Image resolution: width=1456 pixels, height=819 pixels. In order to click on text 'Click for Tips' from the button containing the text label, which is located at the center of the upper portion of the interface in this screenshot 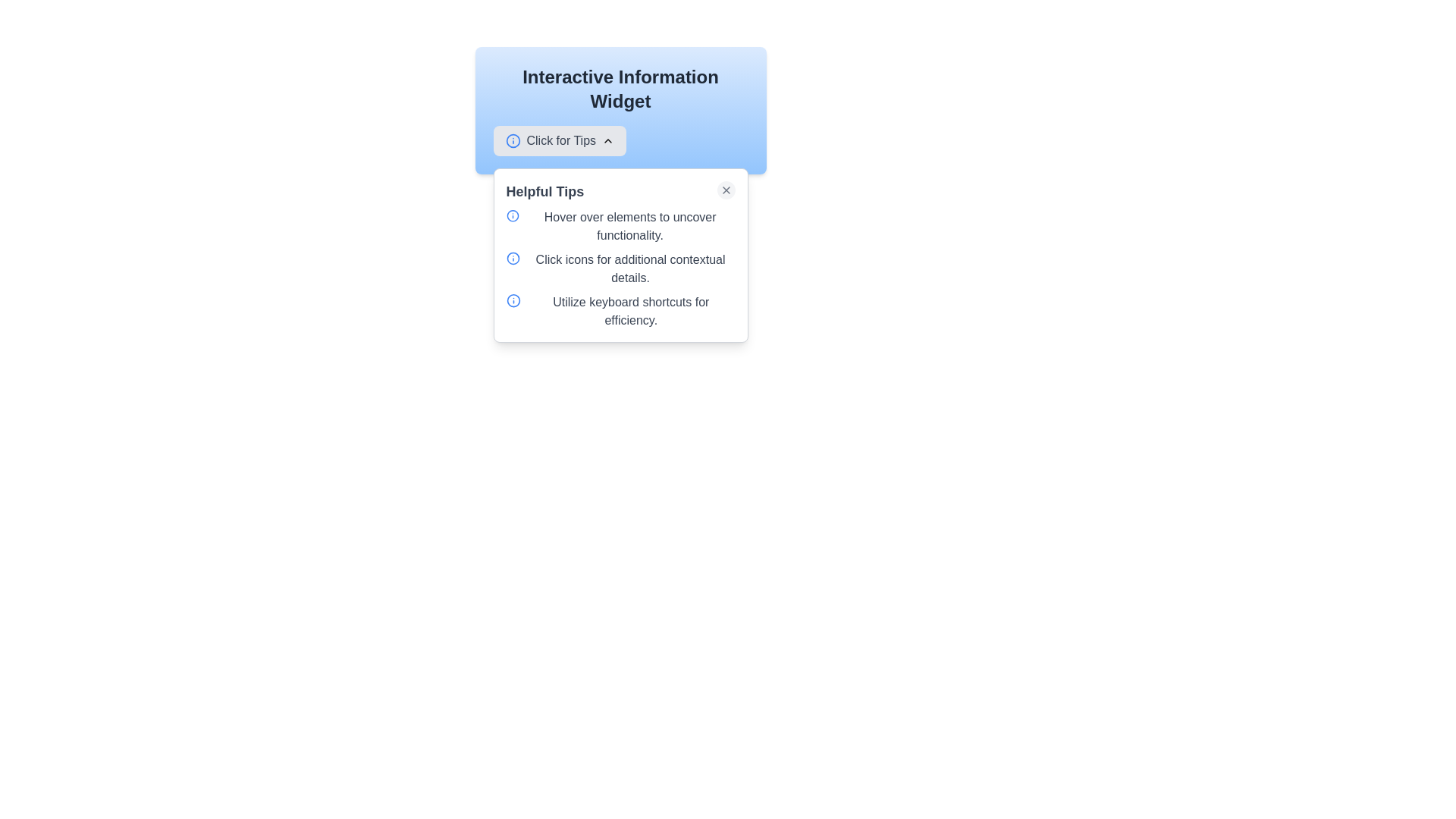, I will do `click(560, 140)`.